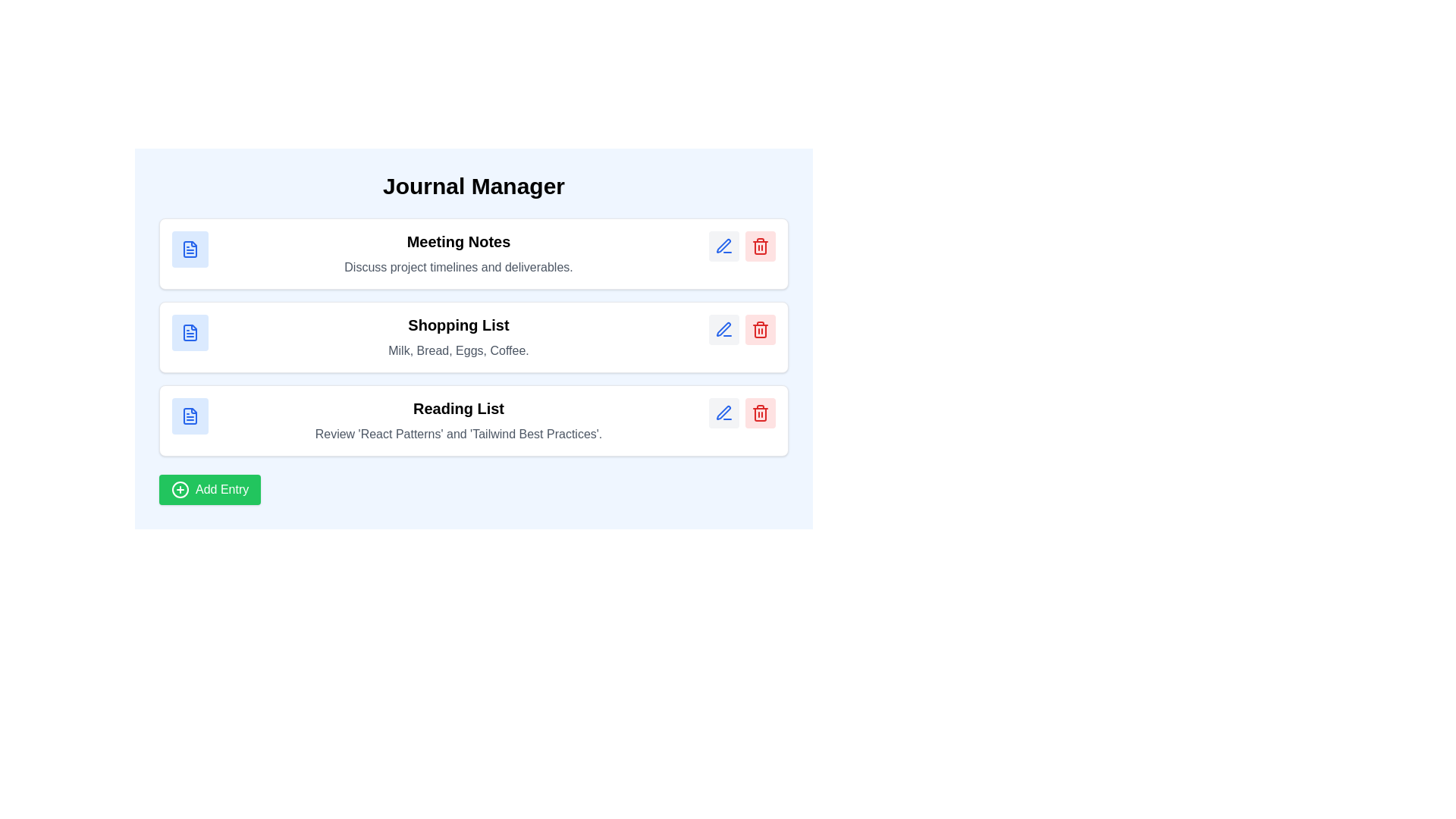 Image resolution: width=1456 pixels, height=819 pixels. What do you see at coordinates (723, 413) in the screenshot?
I see `the stylized pen icon located in the 'Edit' button section next to the 'Reading List' item in the interface list` at bounding box center [723, 413].